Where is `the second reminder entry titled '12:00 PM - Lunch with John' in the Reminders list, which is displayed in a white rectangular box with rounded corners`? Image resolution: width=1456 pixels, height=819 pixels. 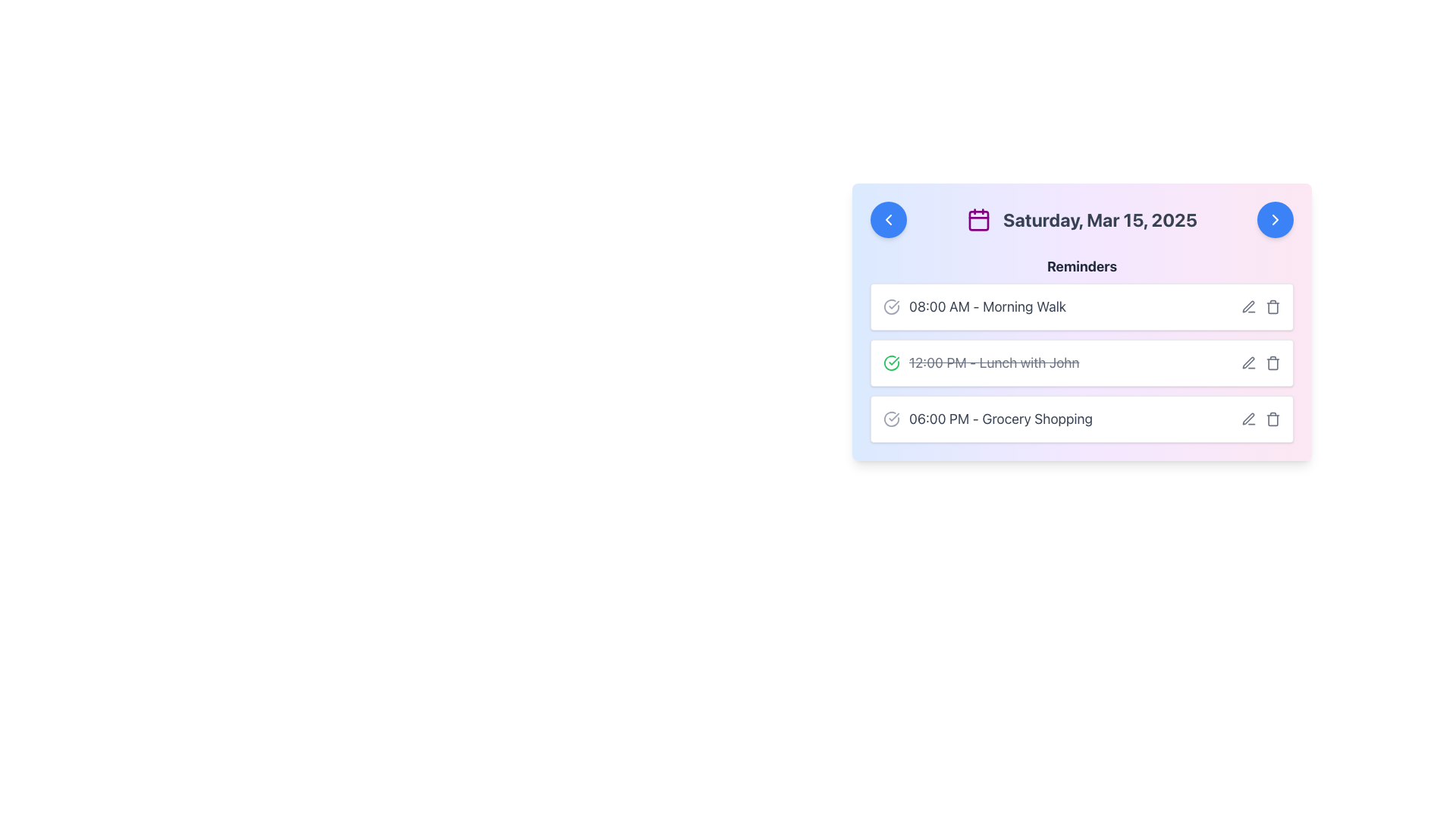 the second reminder entry titled '12:00 PM - Lunch with John' in the Reminders list, which is displayed in a white rectangular box with rounded corners is located at coordinates (1081, 350).